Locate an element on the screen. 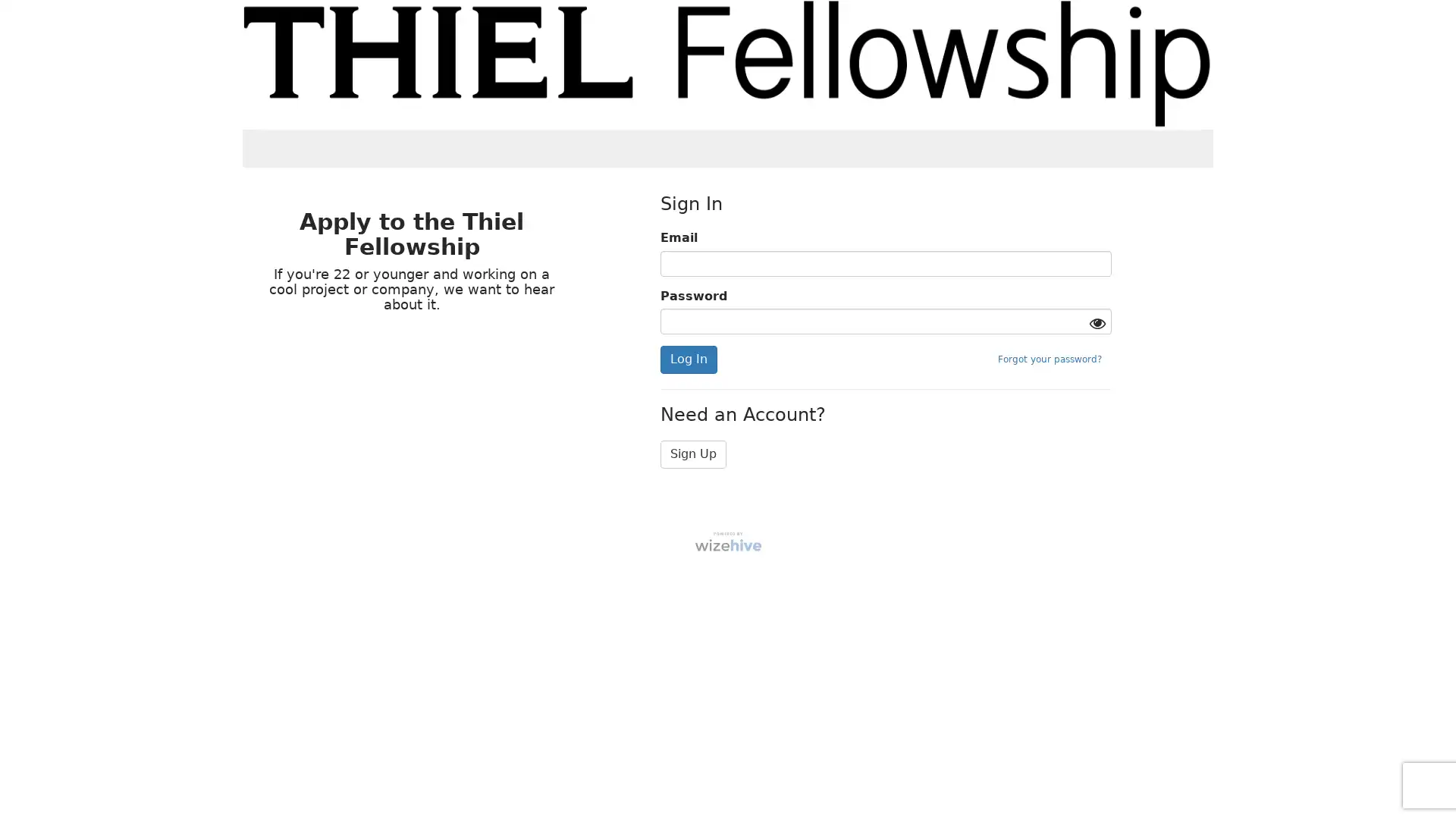 This screenshot has height=819, width=1456. Log In is located at coordinates (687, 359).